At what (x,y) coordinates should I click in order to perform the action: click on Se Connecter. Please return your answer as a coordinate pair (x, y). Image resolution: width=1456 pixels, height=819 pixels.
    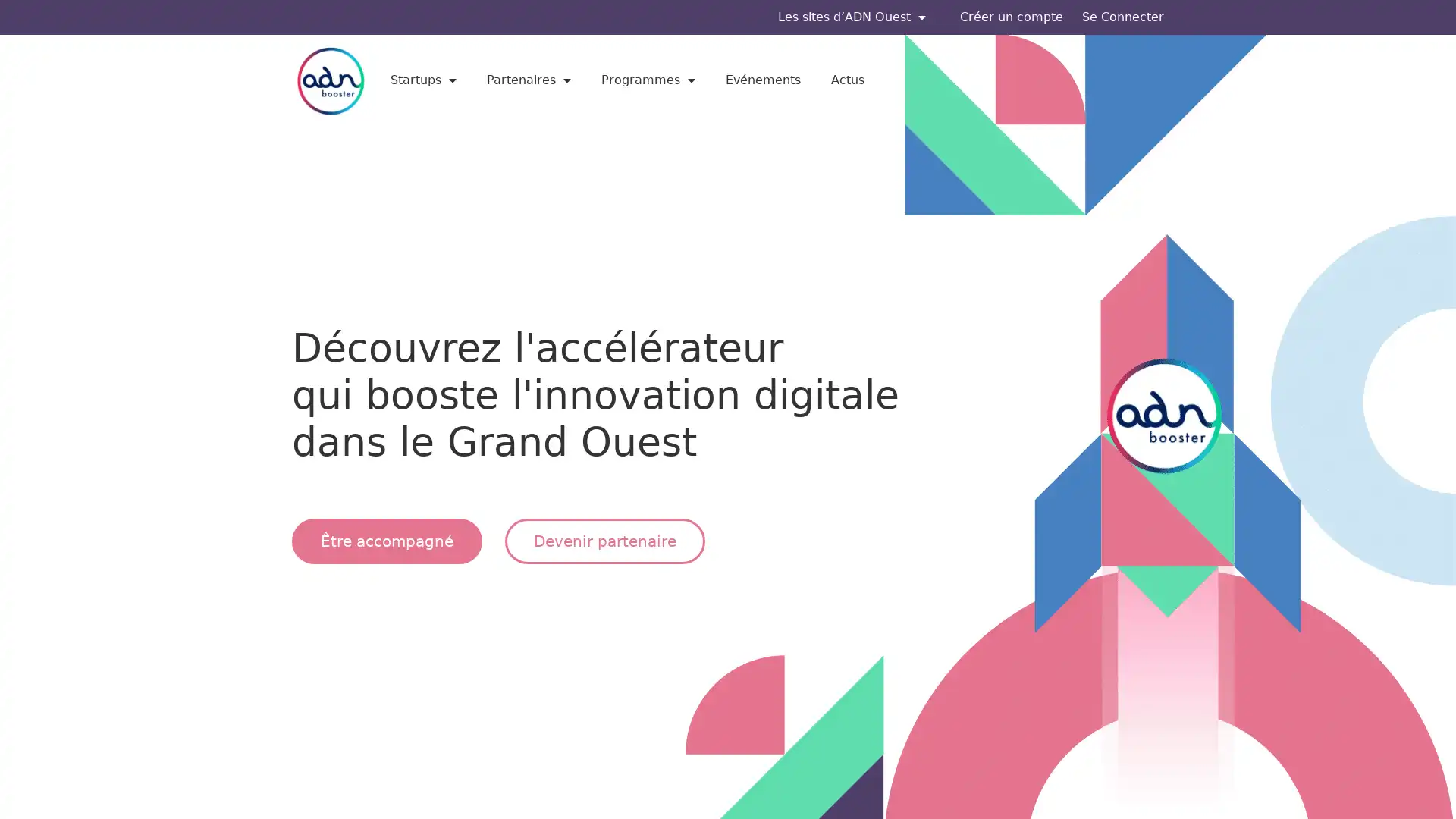
    Looking at the image, I should click on (1123, 17).